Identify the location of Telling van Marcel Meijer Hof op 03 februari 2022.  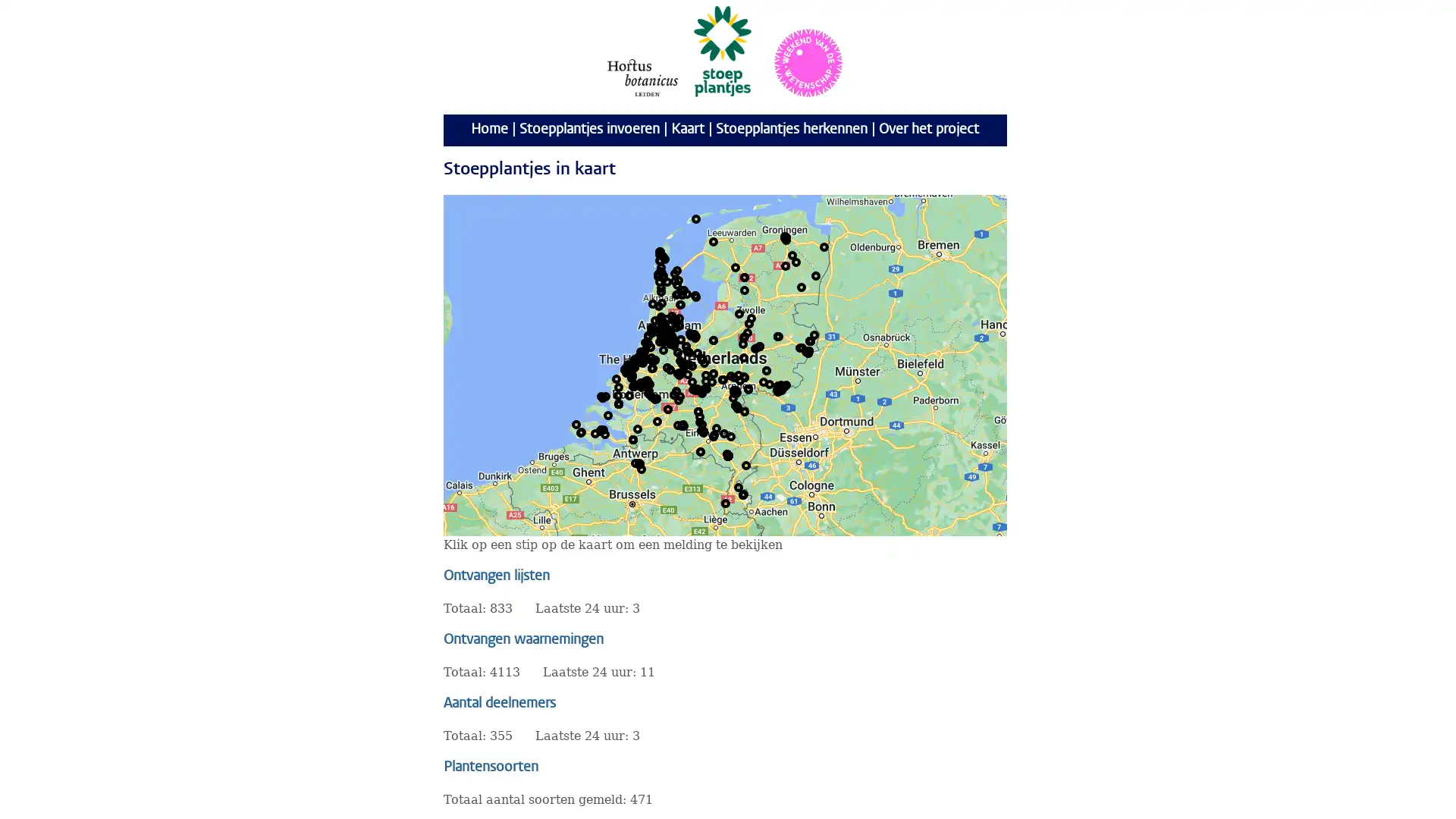
(807, 351).